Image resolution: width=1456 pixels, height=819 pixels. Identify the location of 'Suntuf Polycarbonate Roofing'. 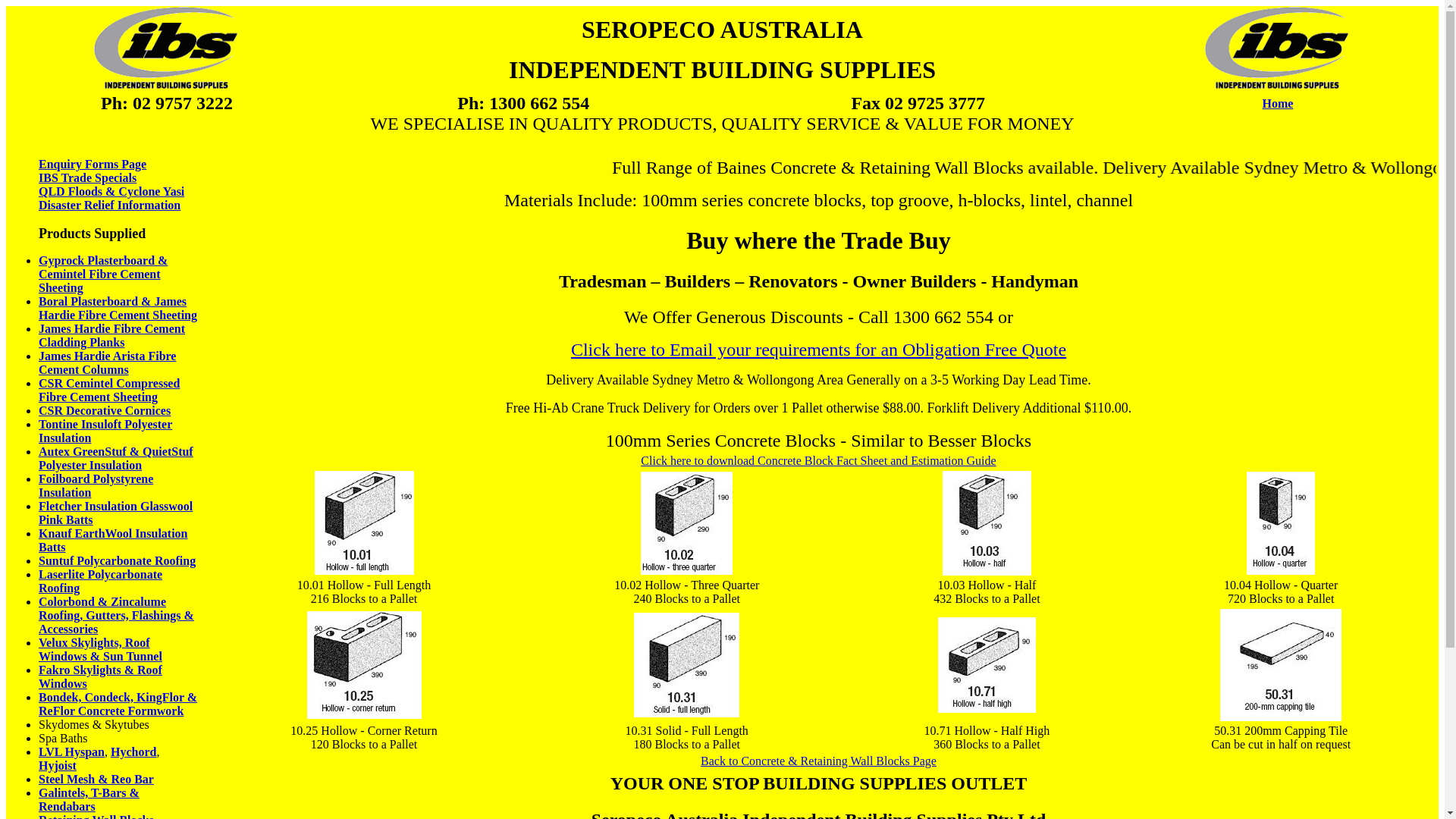
(39, 560).